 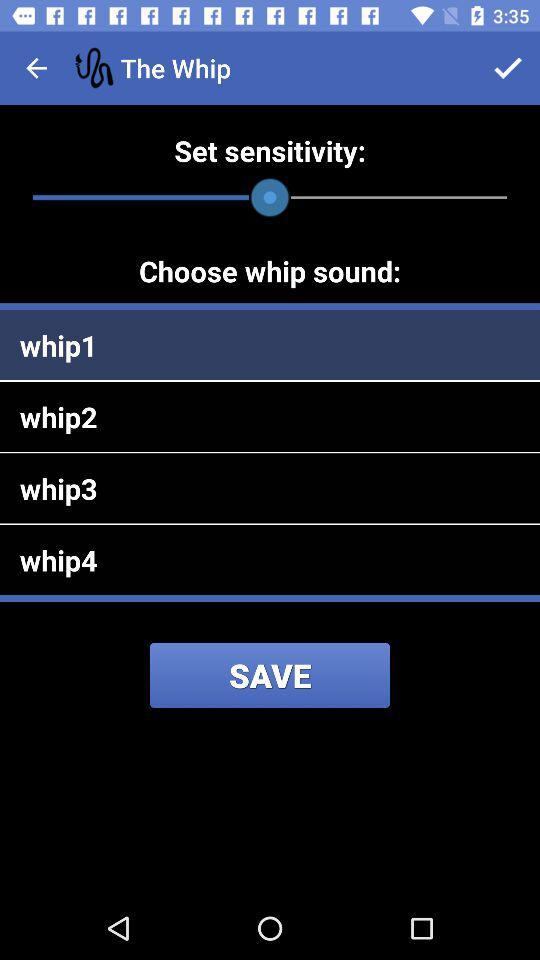 What do you see at coordinates (270, 675) in the screenshot?
I see `save icon` at bounding box center [270, 675].